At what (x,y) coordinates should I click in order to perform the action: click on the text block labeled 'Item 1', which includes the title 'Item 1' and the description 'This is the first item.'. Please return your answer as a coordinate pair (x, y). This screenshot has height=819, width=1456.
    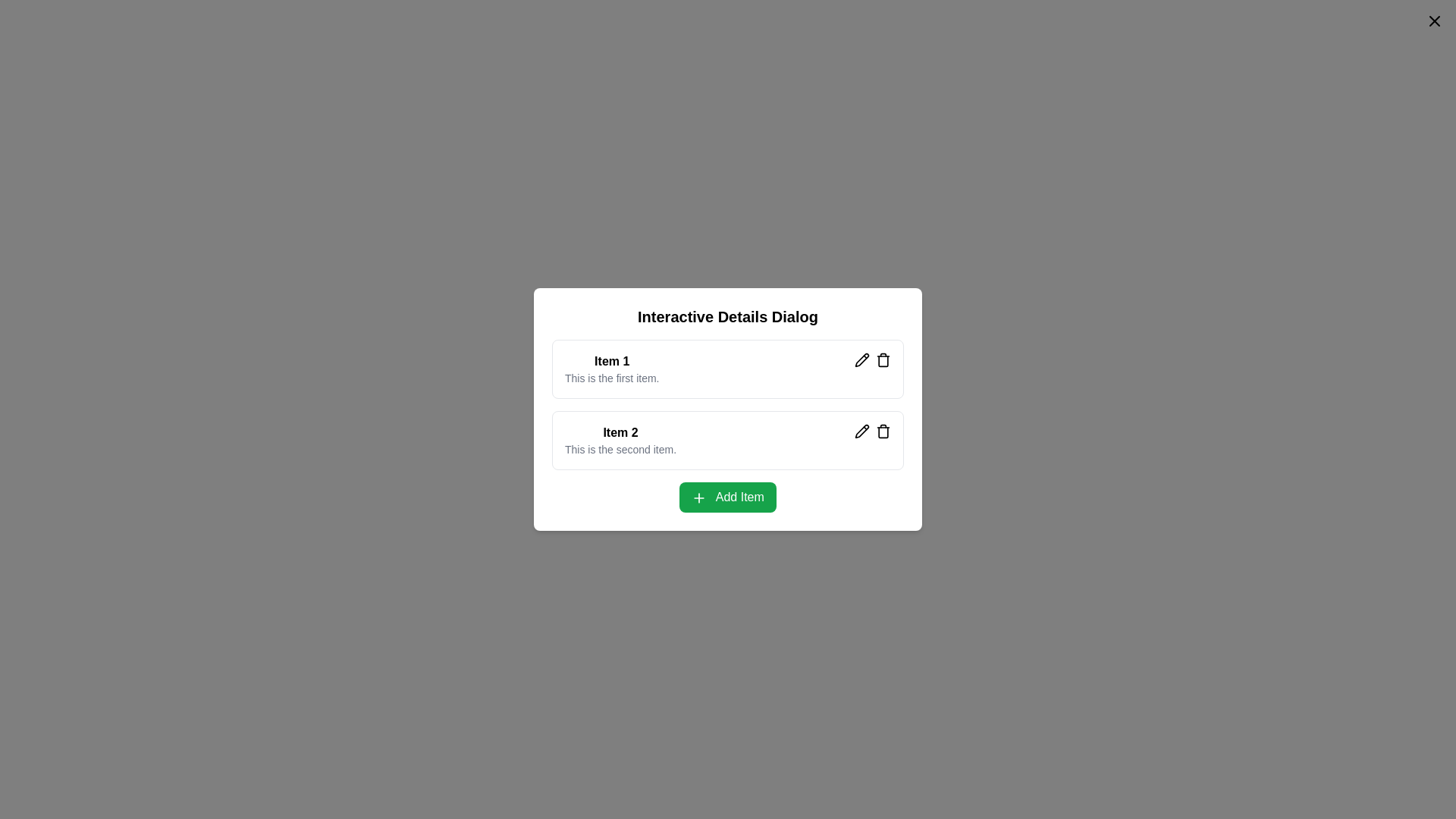
    Looking at the image, I should click on (612, 369).